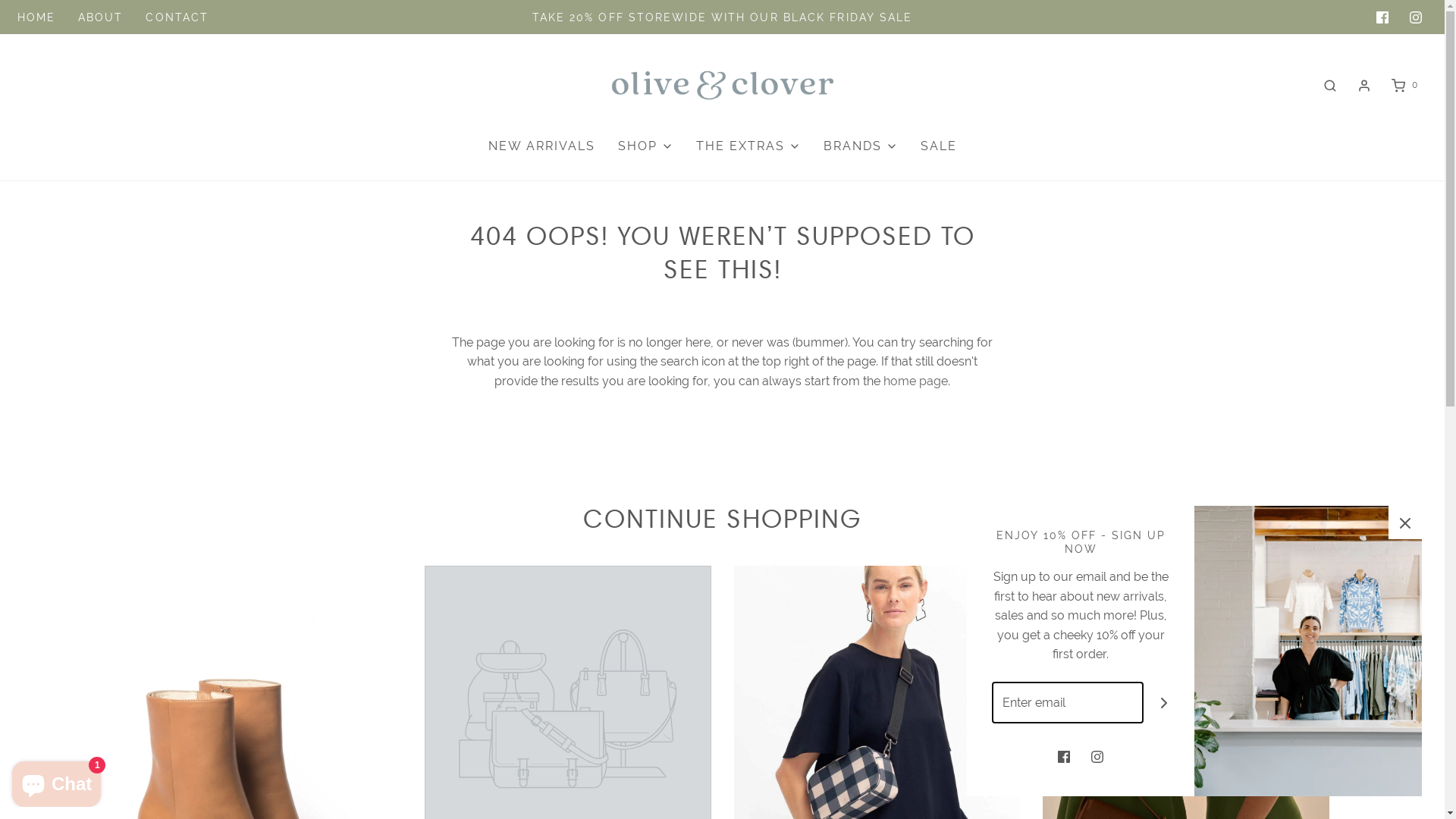  Describe the element at coordinates (1364, 85) in the screenshot. I see `'Log in'` at that location.